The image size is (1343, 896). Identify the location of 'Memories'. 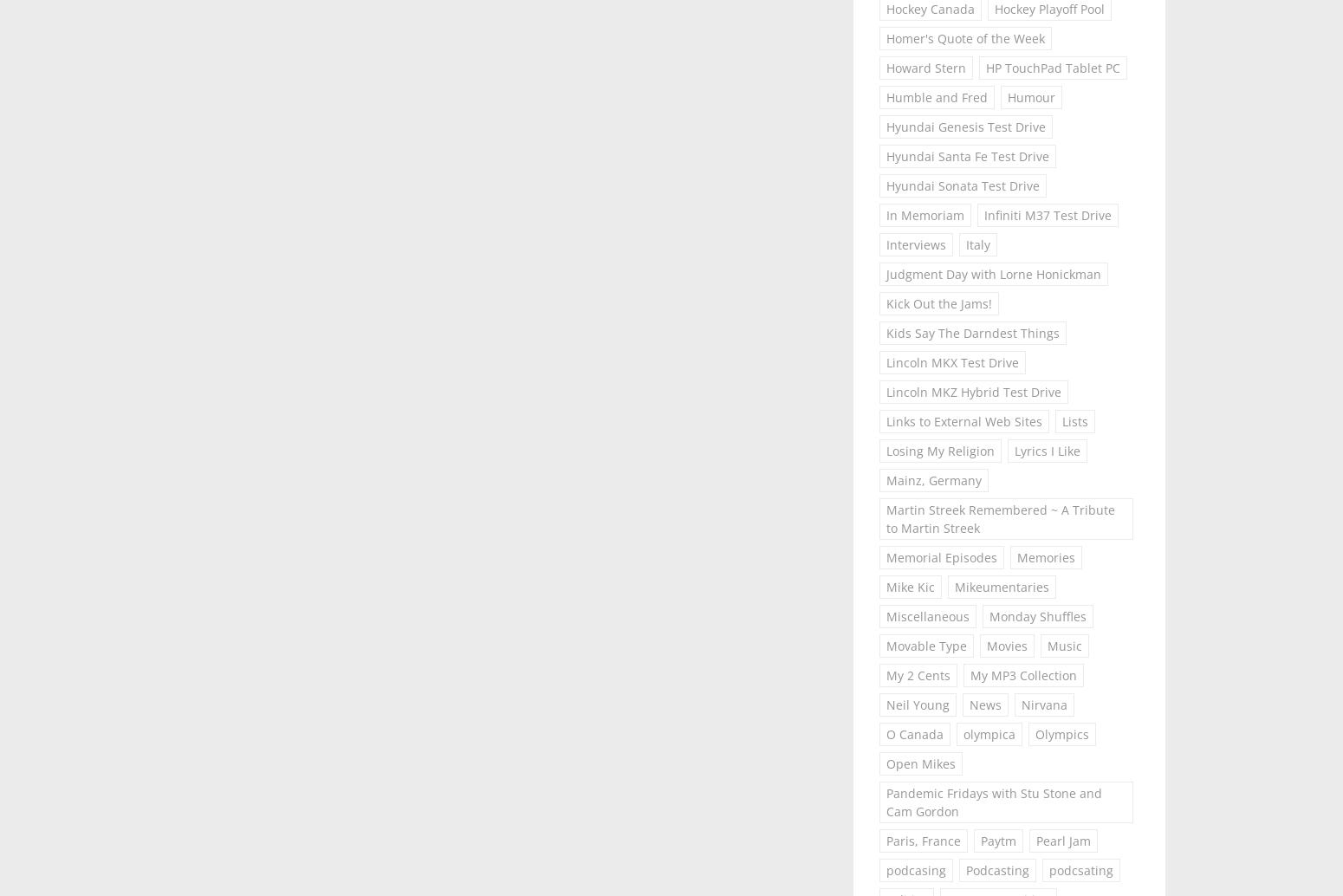
(1046, 557).